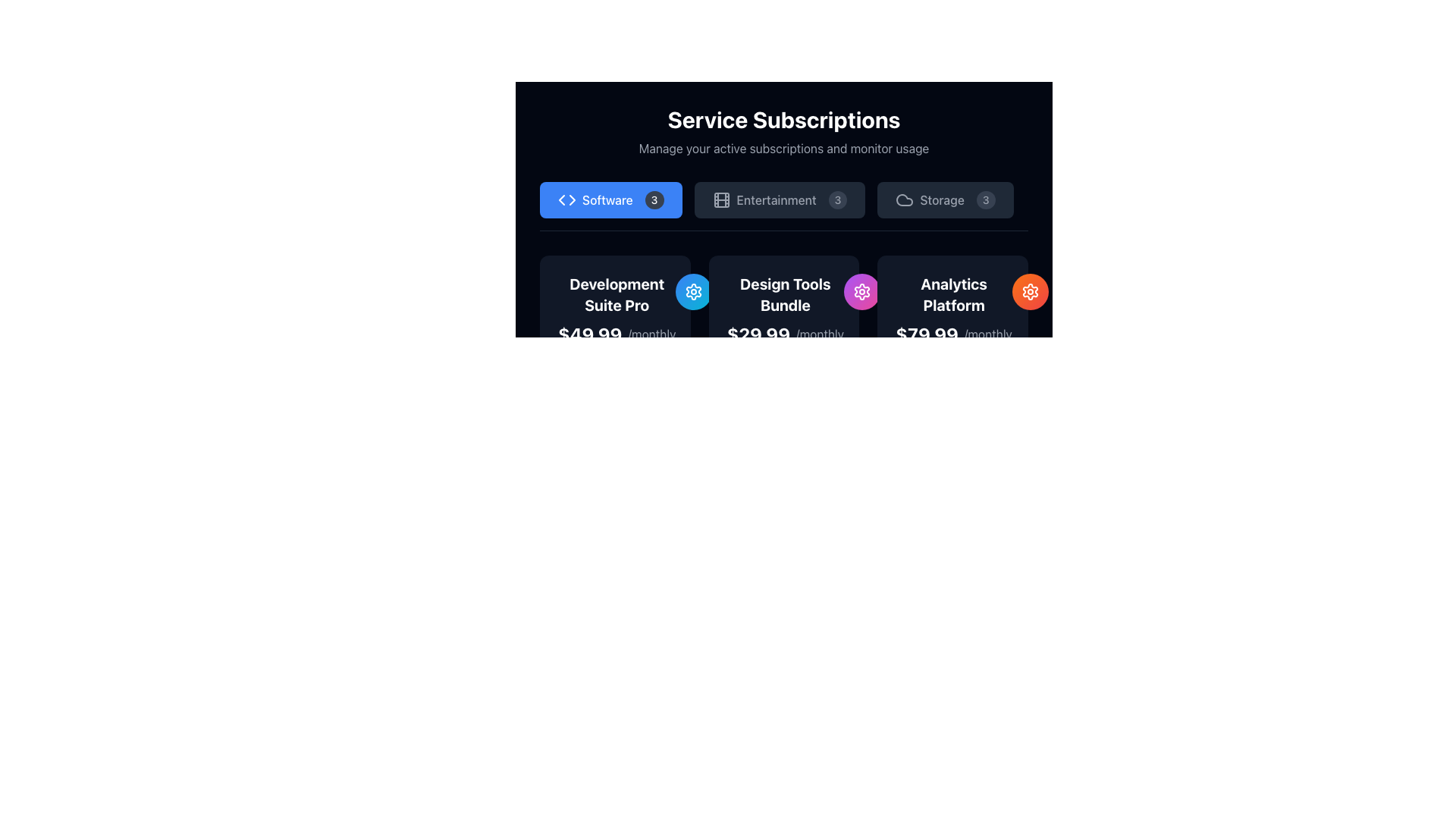 This screenshot has height=819, width=1456. I want to click on the 'Analytics Platform' text display component, which shows the title and price on a dark background, positioned as the third card in a grid layout, so click(952, 309).